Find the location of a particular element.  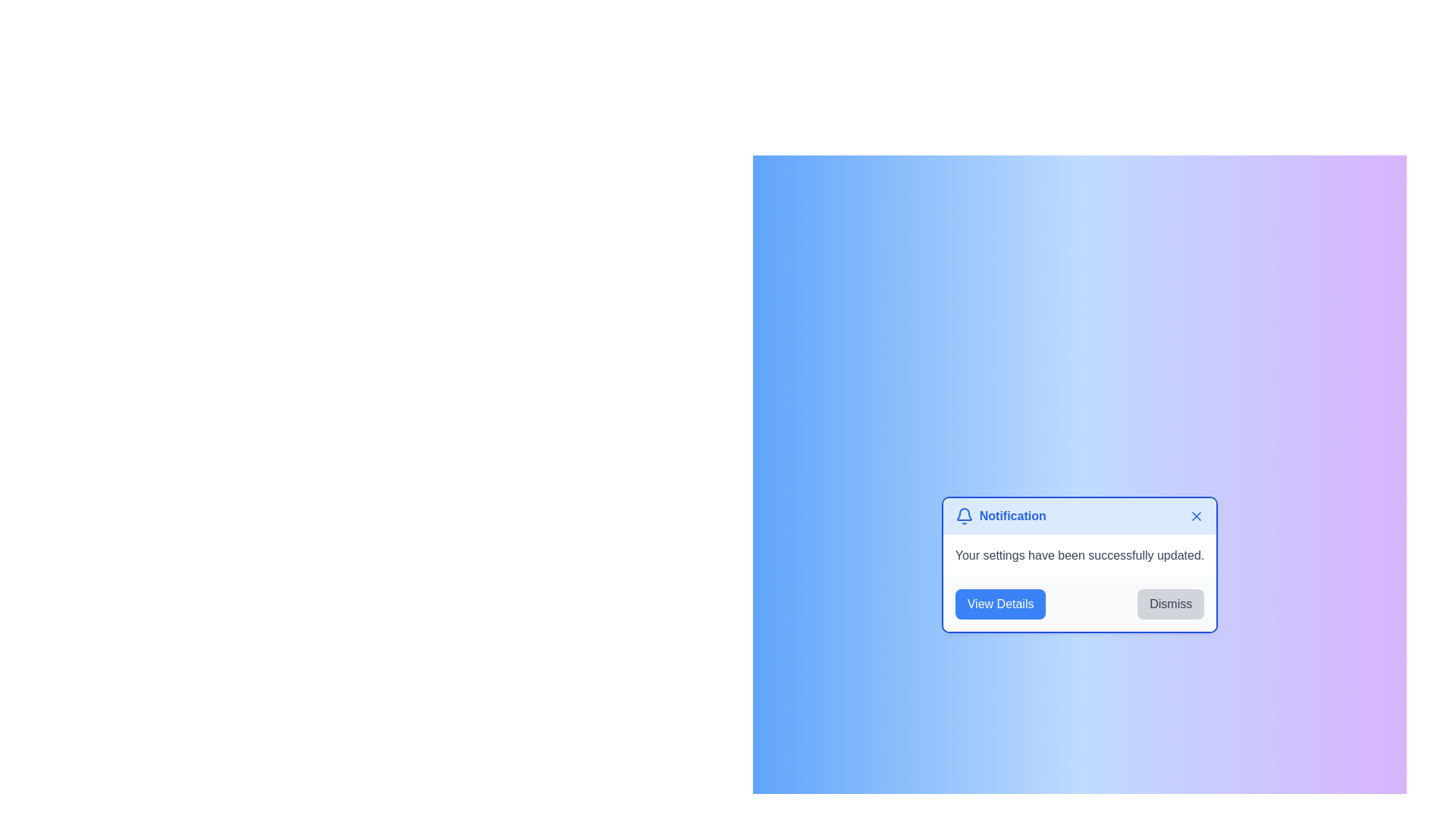

the 'Notification' text label, which is styled in bold blue font and positioned next to the notification bell icon, if it is interactive is located at coordinates (1012, 516).